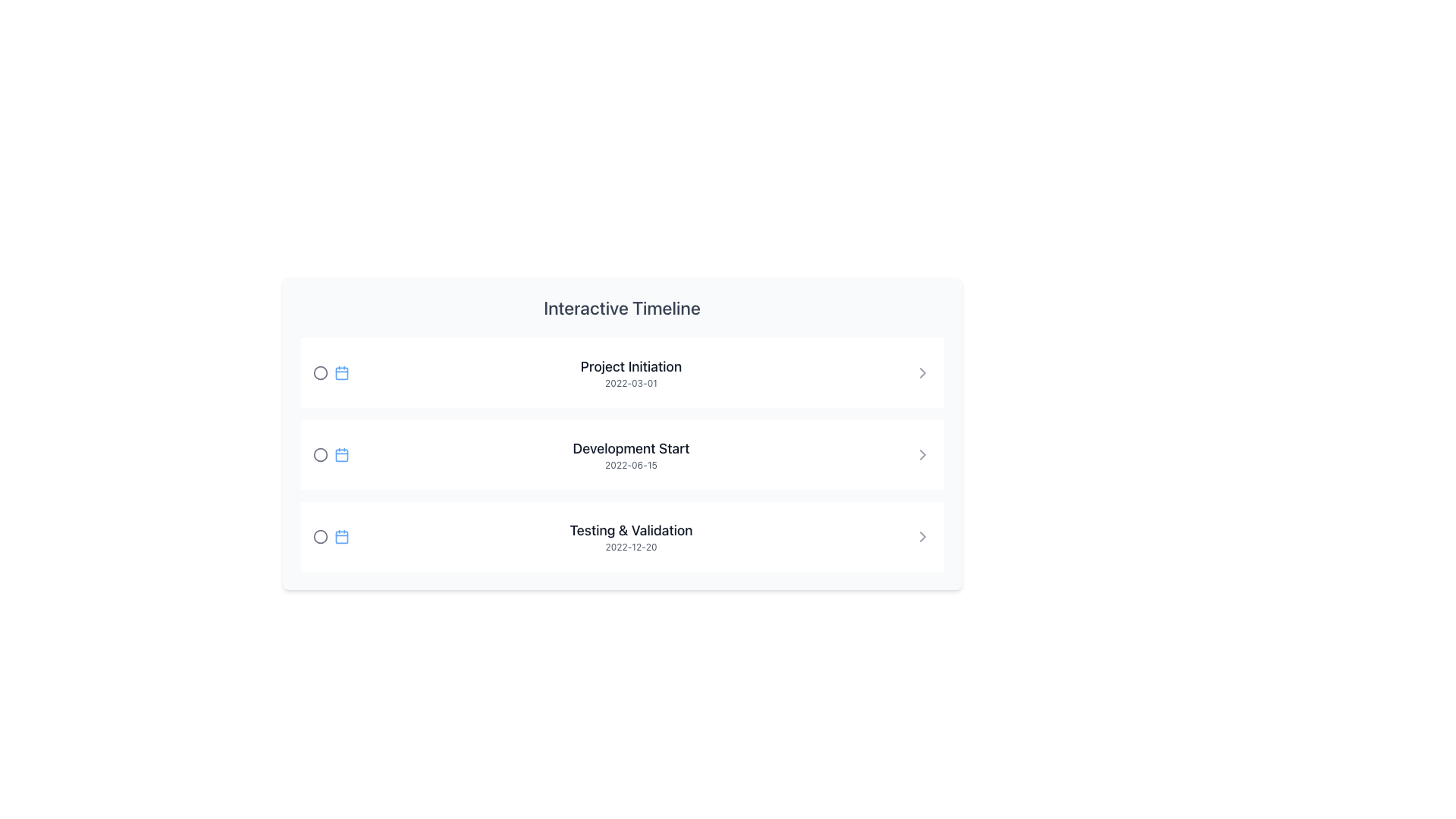 The width and height of the screenshot is (1456, 819). What do you see at coordinates (319, 536) in the screenshot?
I see `the gray circular icon located in the left section of the third entry in the 'Interactive Timeline' list` at bounding box center [319, 536].